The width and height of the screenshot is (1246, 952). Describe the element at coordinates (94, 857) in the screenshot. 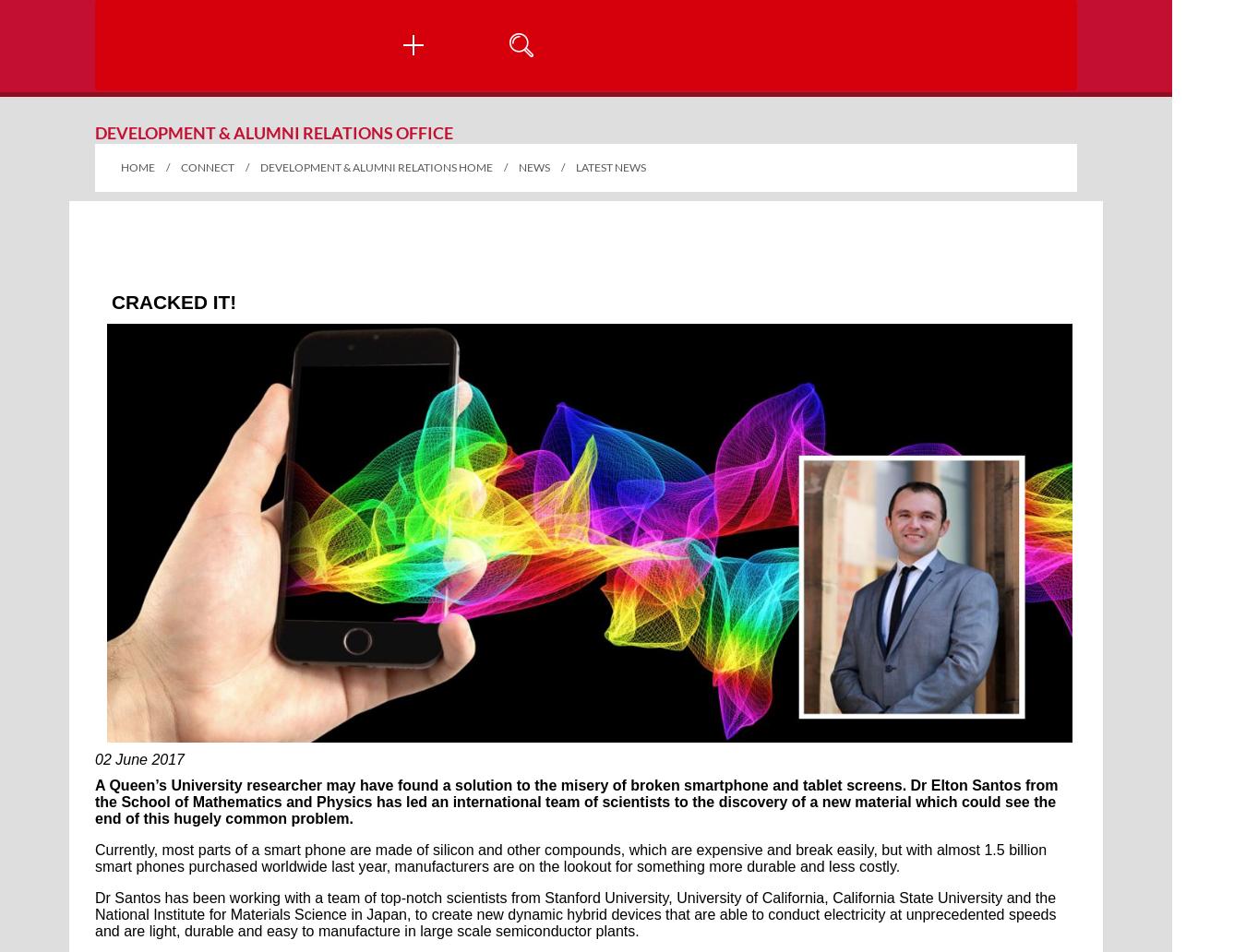

I see `'Currently, most parts of a smart phone are made of silicon and other compounds, which are expensive and break easily, but with almost 1.5 billion smart phones purchased worldwide last year, manufacturers are on the lookout for something more durable and less costly.'` at that location.